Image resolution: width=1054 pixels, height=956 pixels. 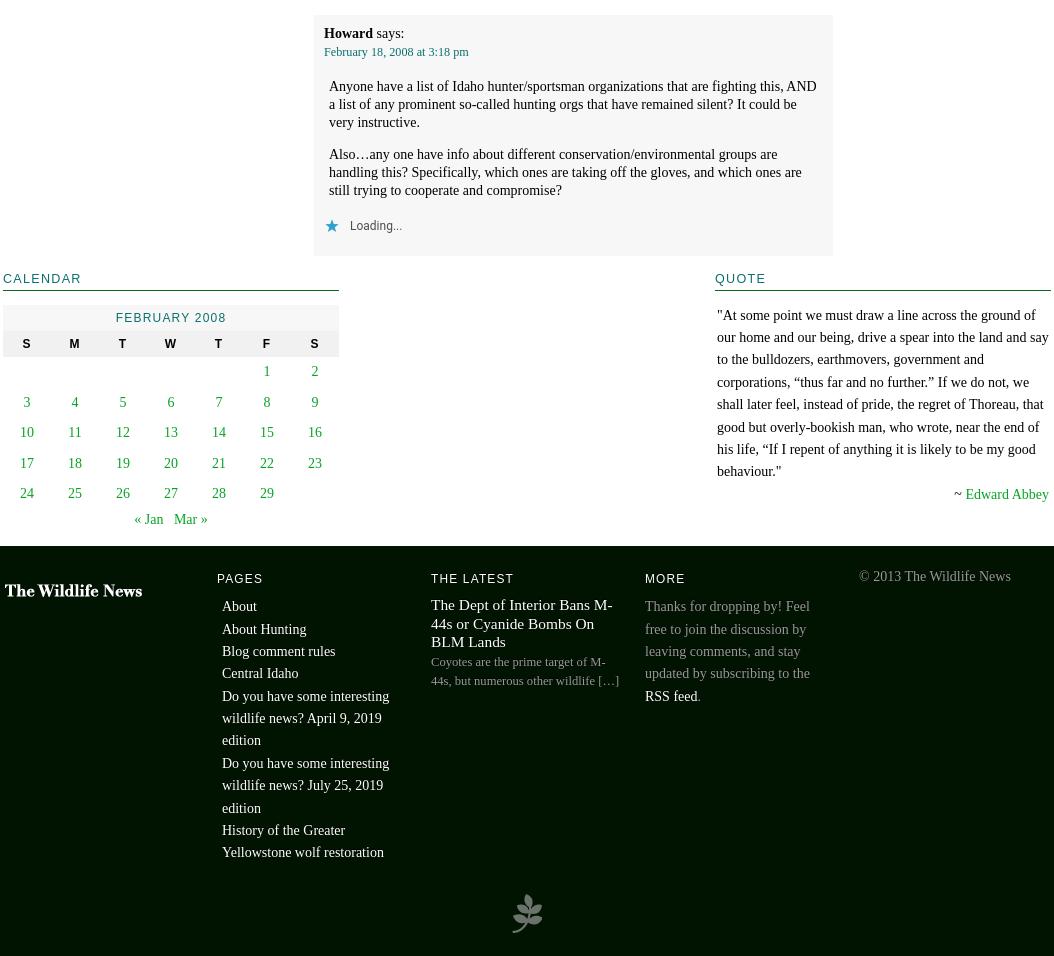 What do you see at coordinates (472, 576) in the screenshot?
I see `'The Latest'` at bounding box center [472, 576].